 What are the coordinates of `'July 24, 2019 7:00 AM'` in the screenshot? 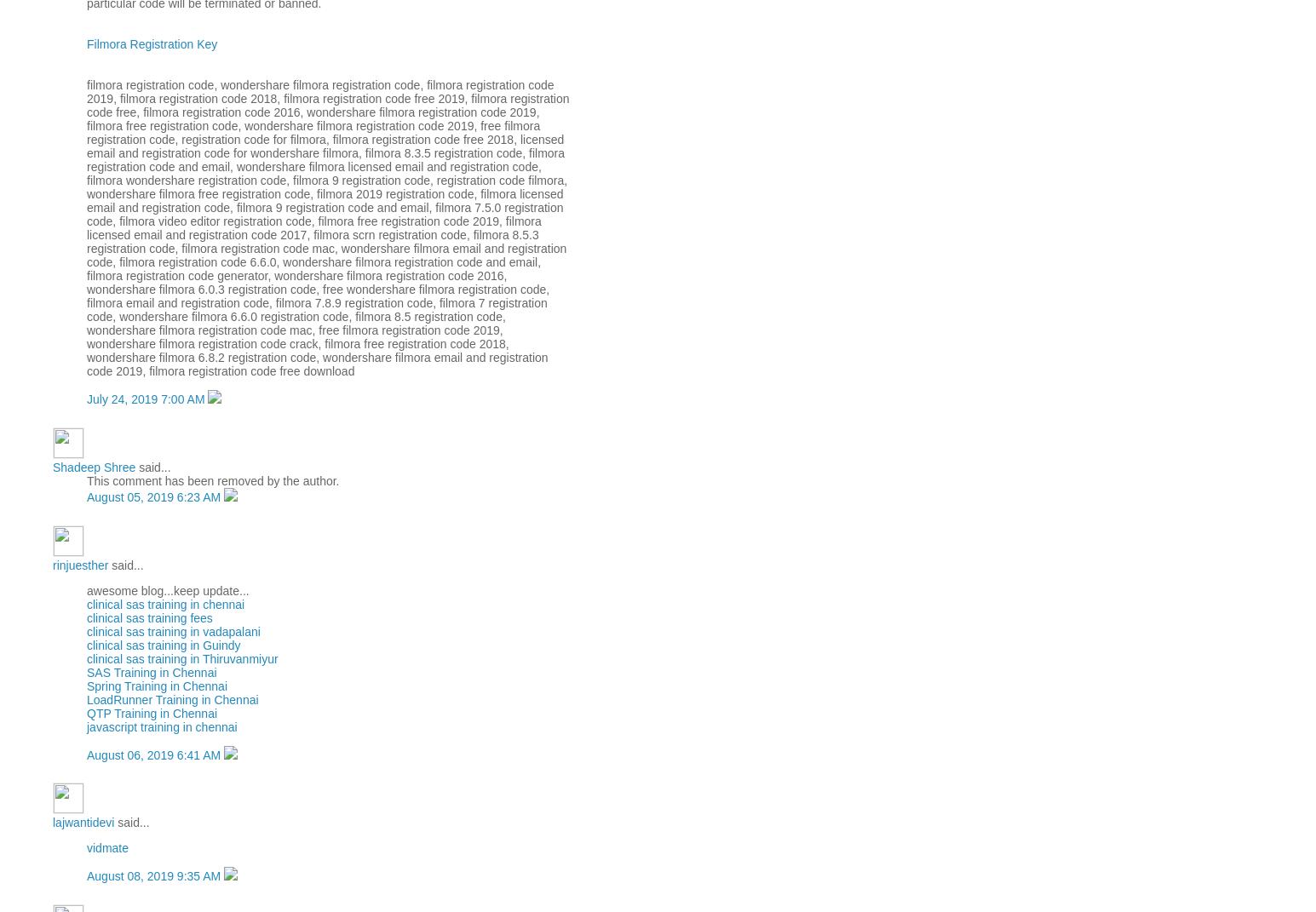 It's located at (85, 398).